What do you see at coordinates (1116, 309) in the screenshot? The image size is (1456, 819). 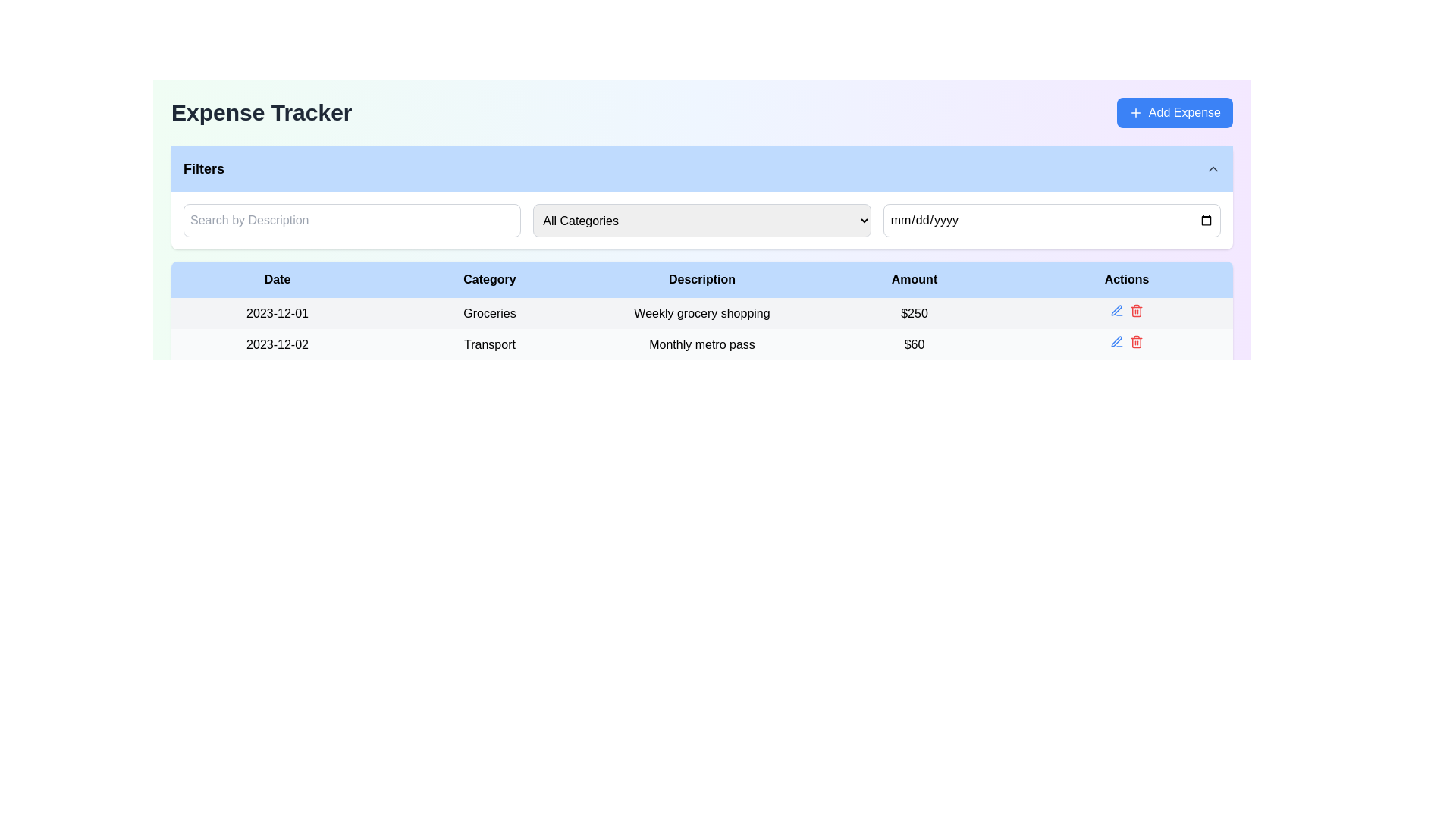 I see `the edit button icon located in the 'Actions' column of the second row of the table` at bounding box center [1116, 309].